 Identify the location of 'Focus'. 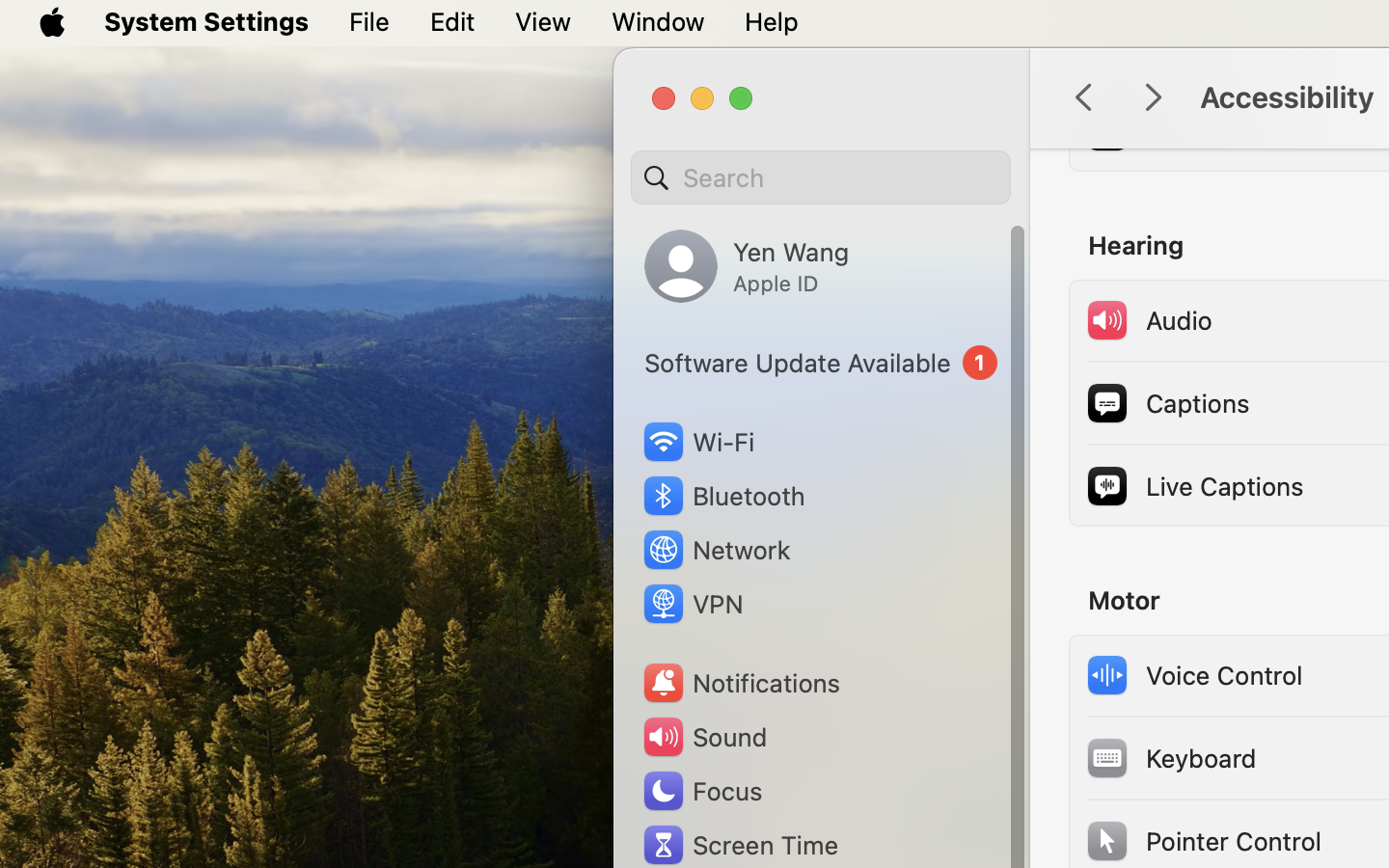
(700, 790).